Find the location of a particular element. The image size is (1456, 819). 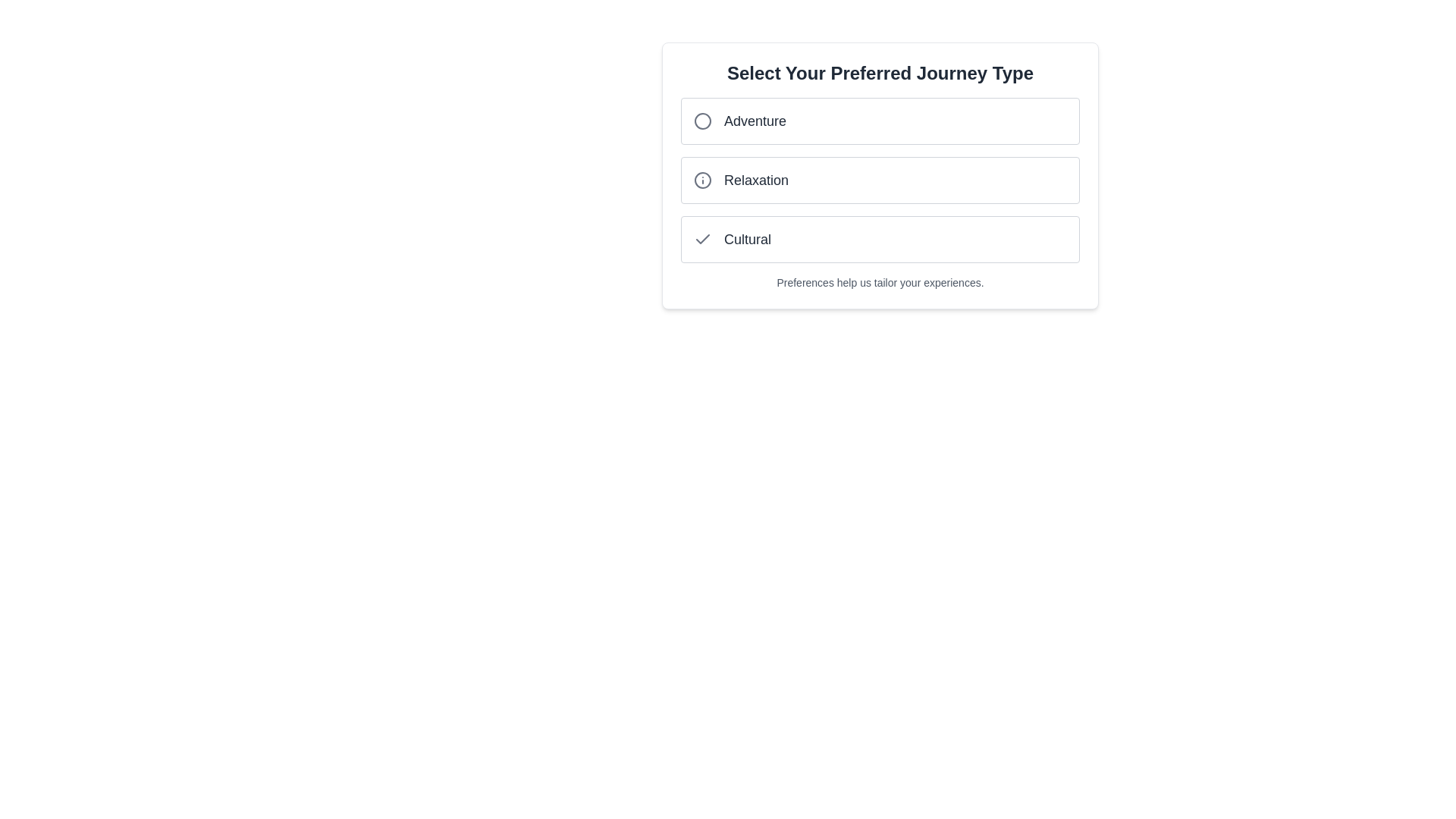

the checkmark icon styled with a thin stroke and rounded cap and join, located in the selection box for 'Cultural' is located at coordinates (701, 239).